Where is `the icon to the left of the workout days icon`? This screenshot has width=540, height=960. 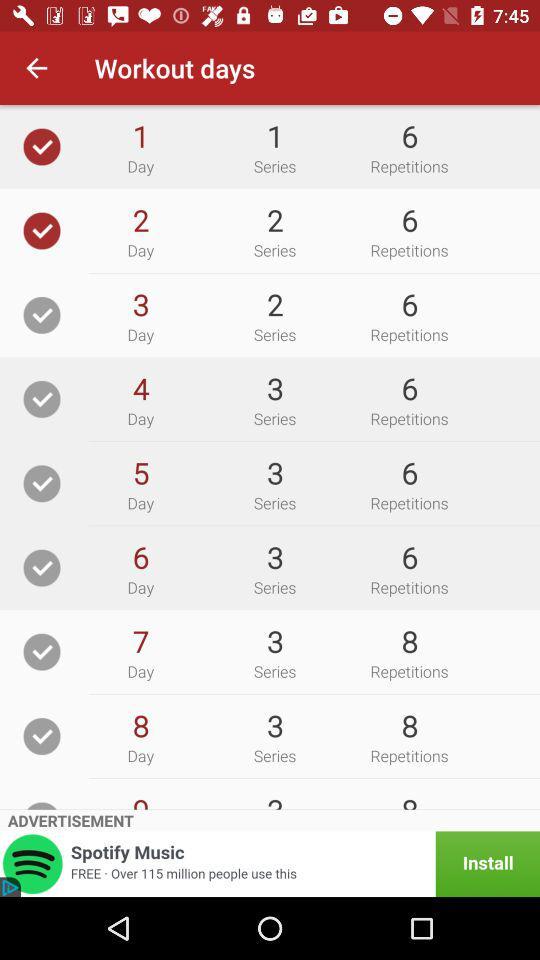 the icon to the left of the workout days icon is located at coordinates (36, 68).